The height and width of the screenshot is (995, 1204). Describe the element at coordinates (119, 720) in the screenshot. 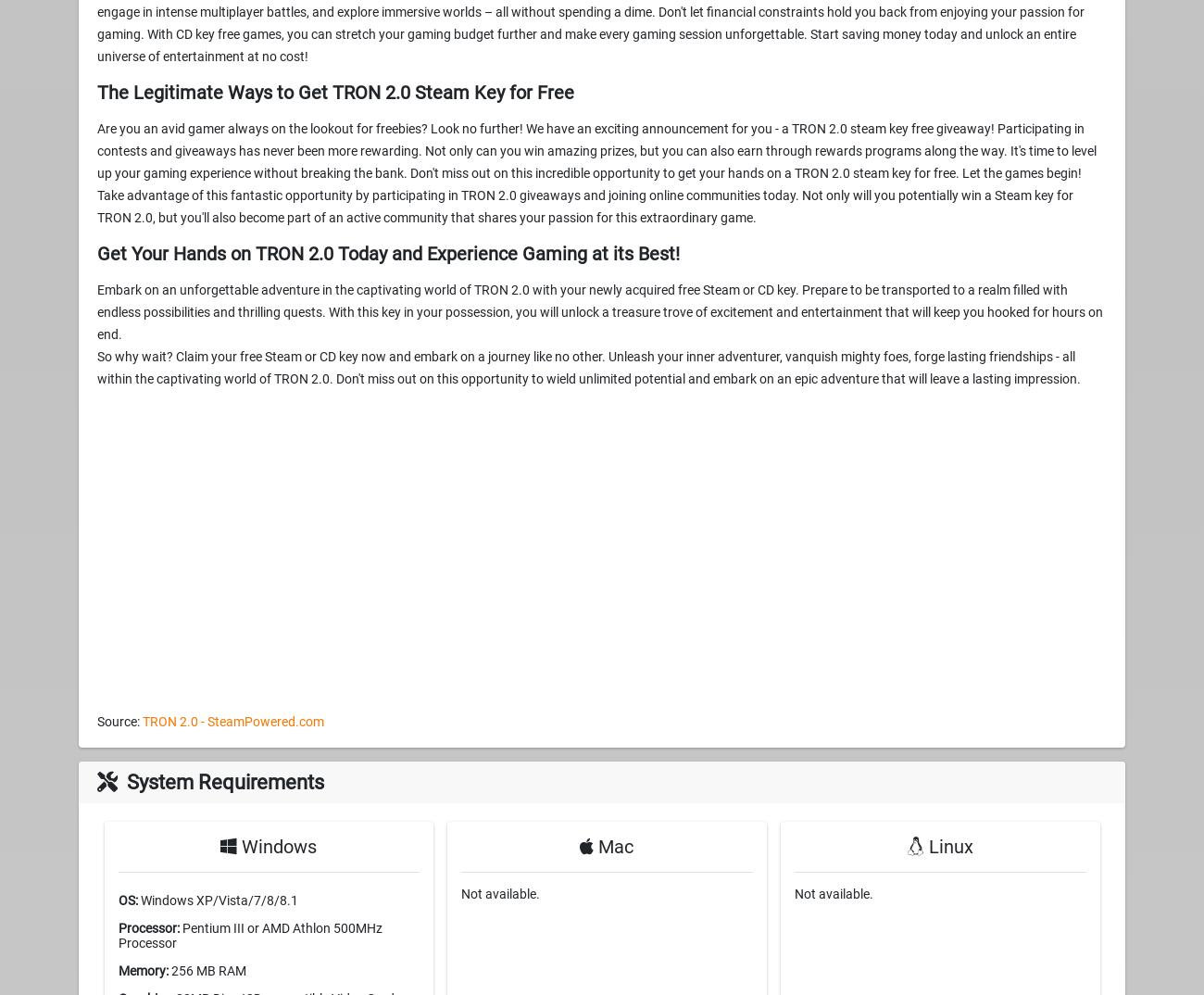

I see `'Source:'` at that location.